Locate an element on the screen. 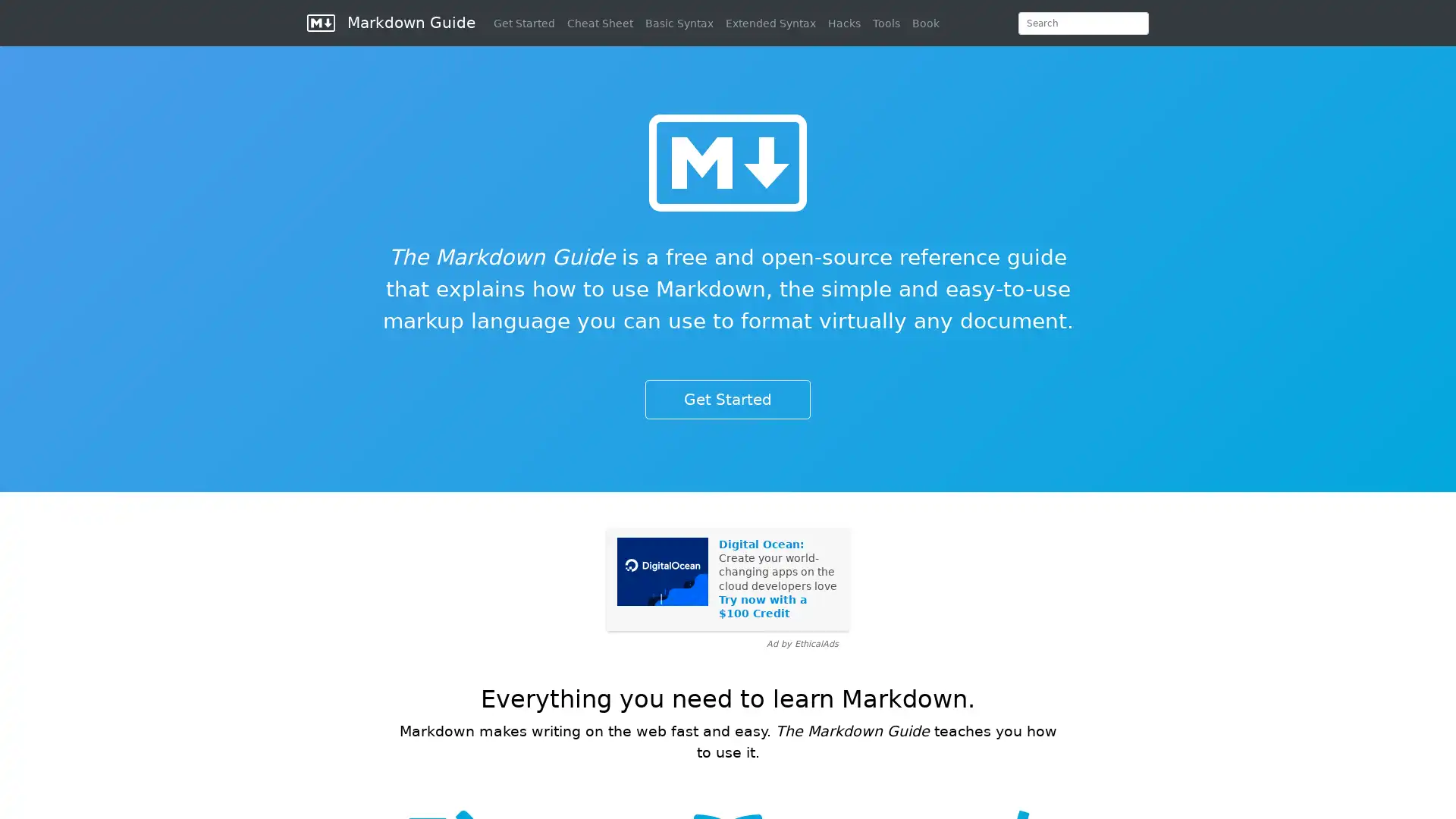  Get Started is located at coordinates (728, 399).